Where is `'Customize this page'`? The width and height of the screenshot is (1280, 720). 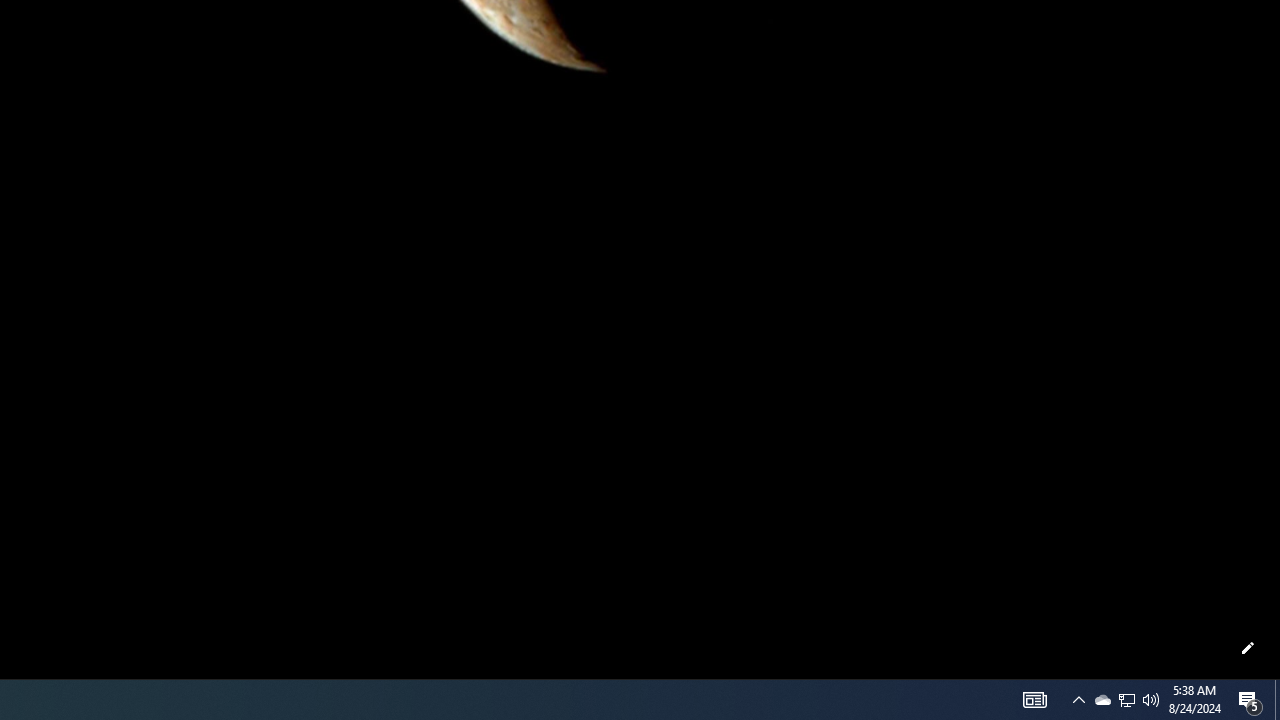
'Customize this page' is located at coordinates (1247, 648).